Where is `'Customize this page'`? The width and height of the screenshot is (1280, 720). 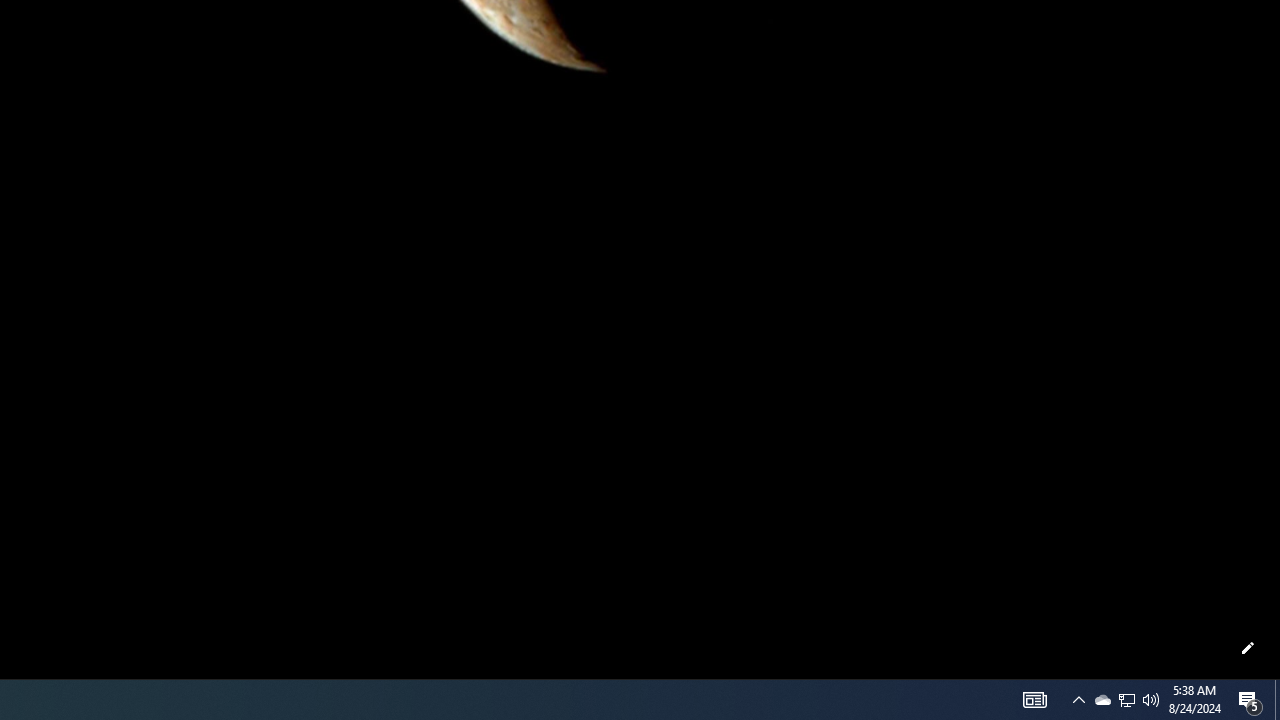
'Customize this page' is located at coordinates (1247, 648).